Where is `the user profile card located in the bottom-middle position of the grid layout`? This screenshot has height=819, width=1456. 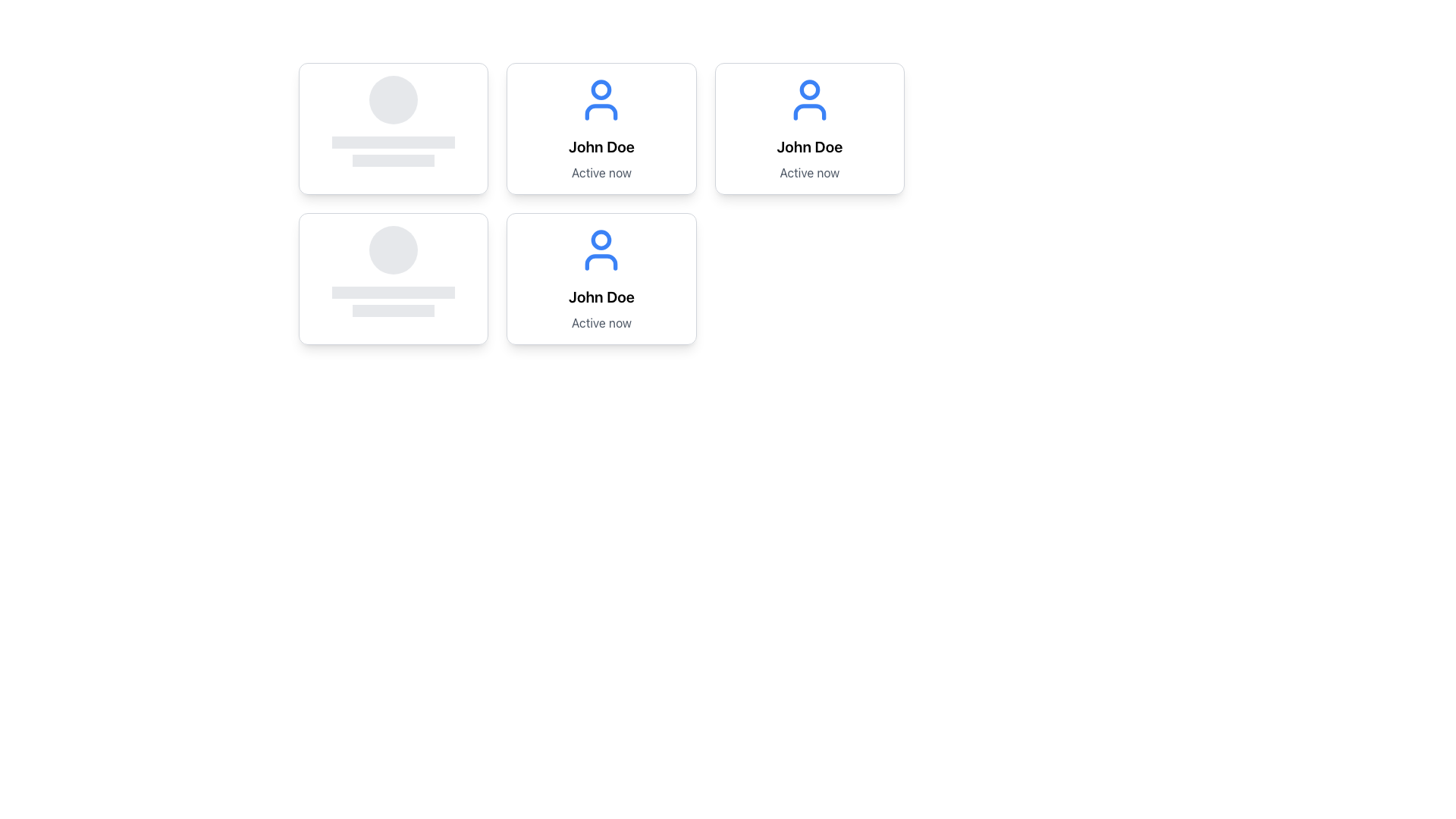 the user profile card located in the bottom-middle position of the grid layout is located at coordinates (601, 203).